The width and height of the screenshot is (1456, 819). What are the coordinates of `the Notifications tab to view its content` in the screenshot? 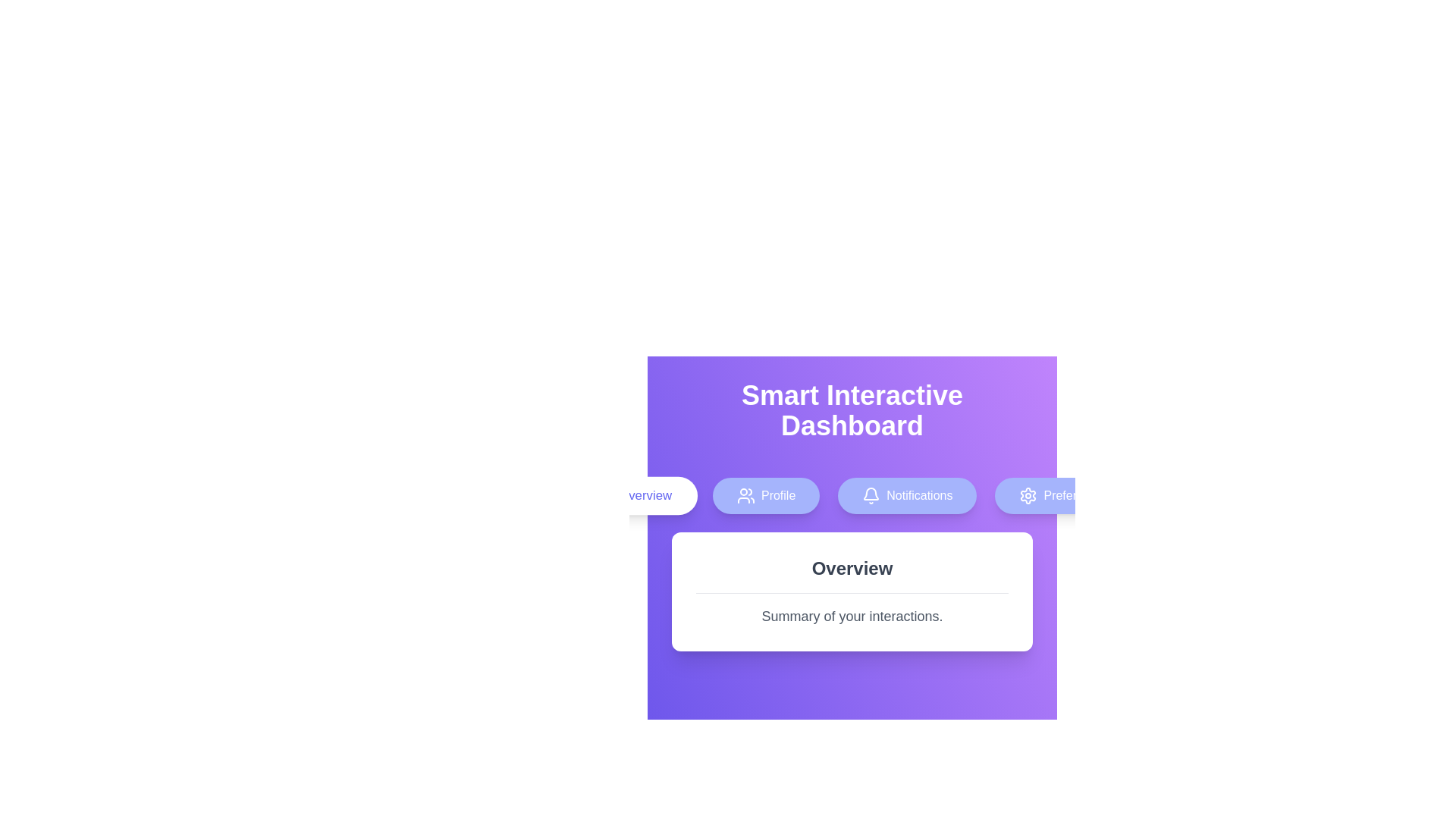 It's located at (906, 496).